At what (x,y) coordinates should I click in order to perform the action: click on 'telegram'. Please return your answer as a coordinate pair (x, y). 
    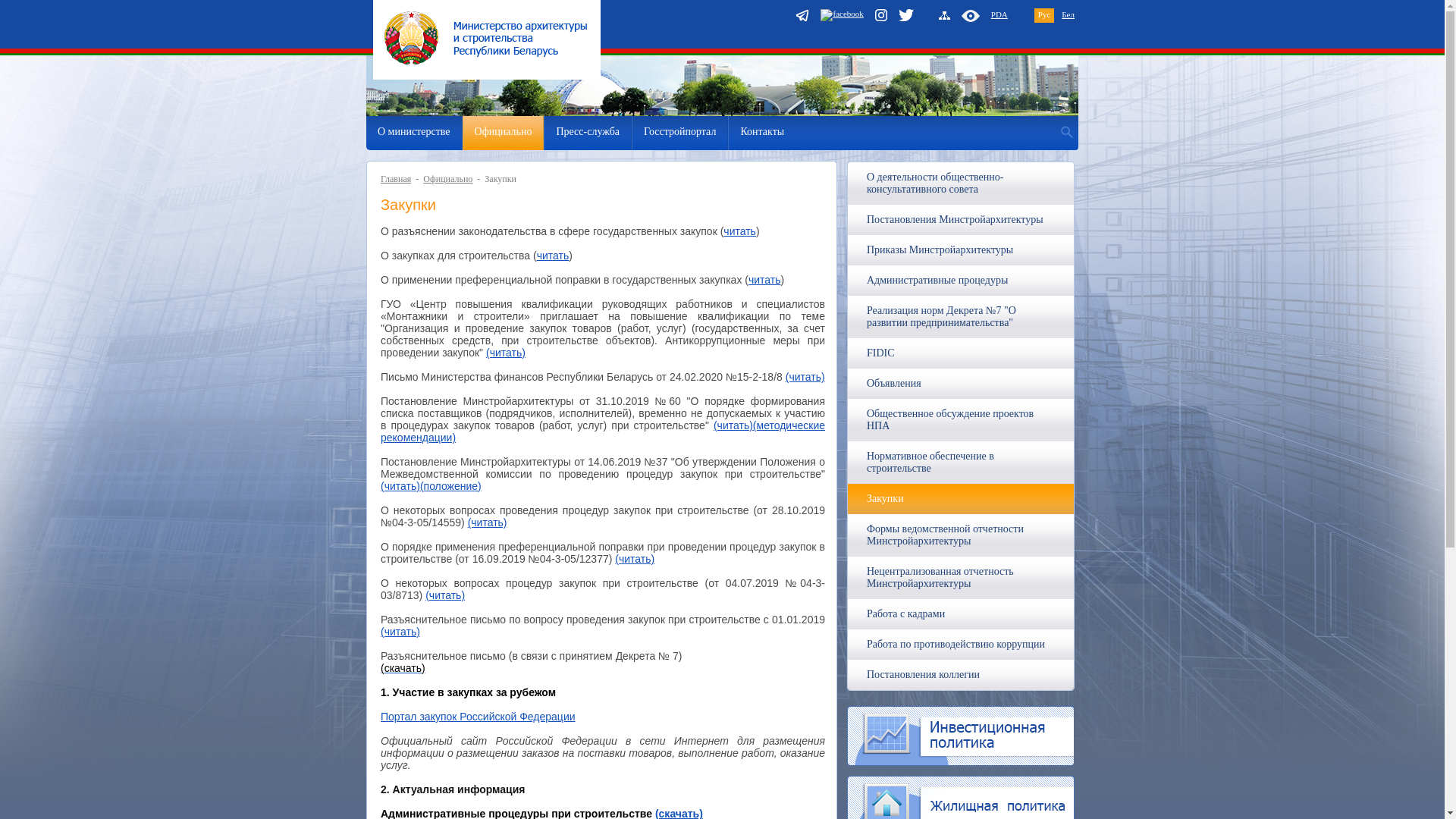
    Looking at the image, I should click on (801, 16).